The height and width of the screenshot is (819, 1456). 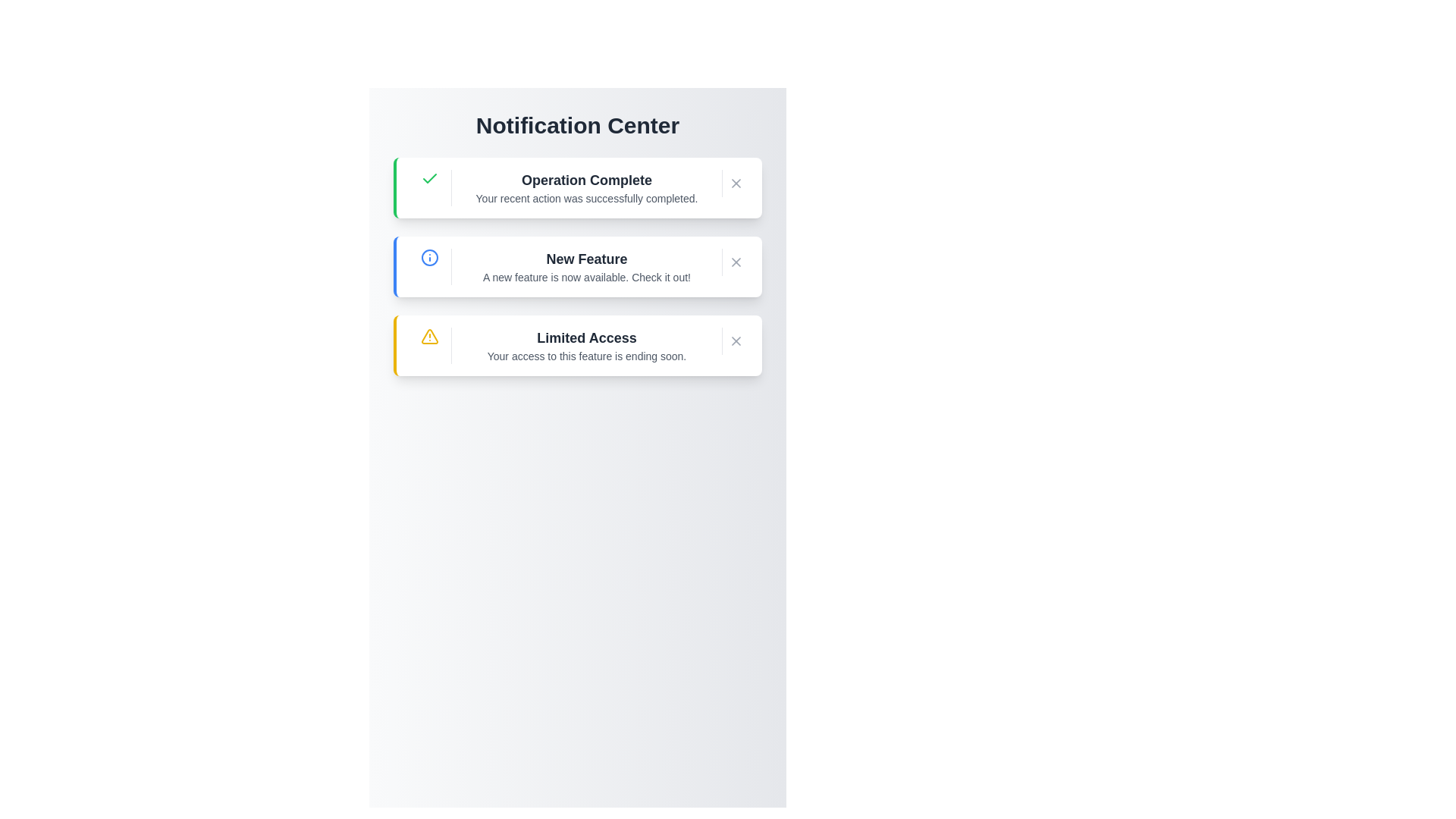 What do you see at coordinates (736, 262) in the screenshot?
I see `the close button located in the top-right corner of the 'New Feature' notification card` at bounding box center [736, 262].